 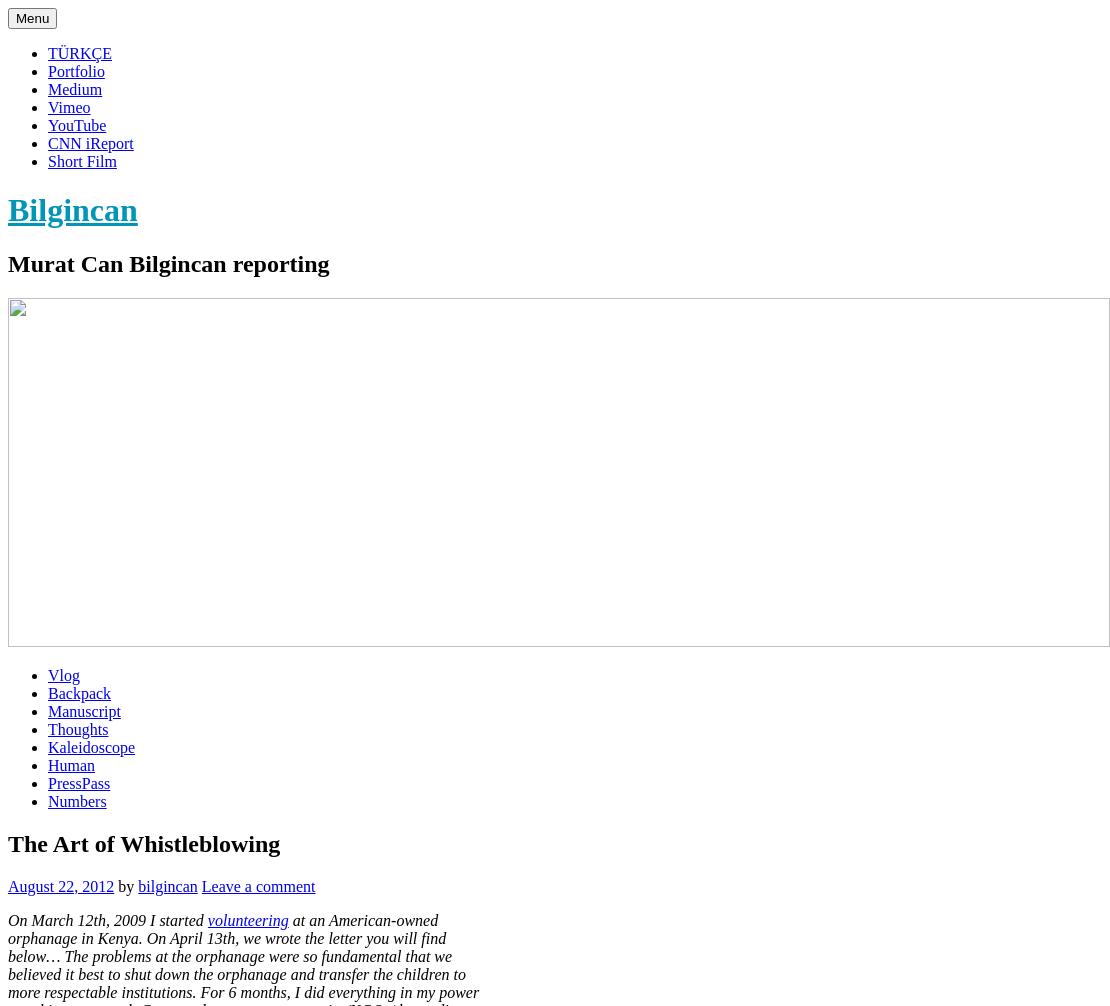 What do you see at coordinates (83, 710) in the screenshot?
I see `'Manuscript'` at bounding box center [83, 710].